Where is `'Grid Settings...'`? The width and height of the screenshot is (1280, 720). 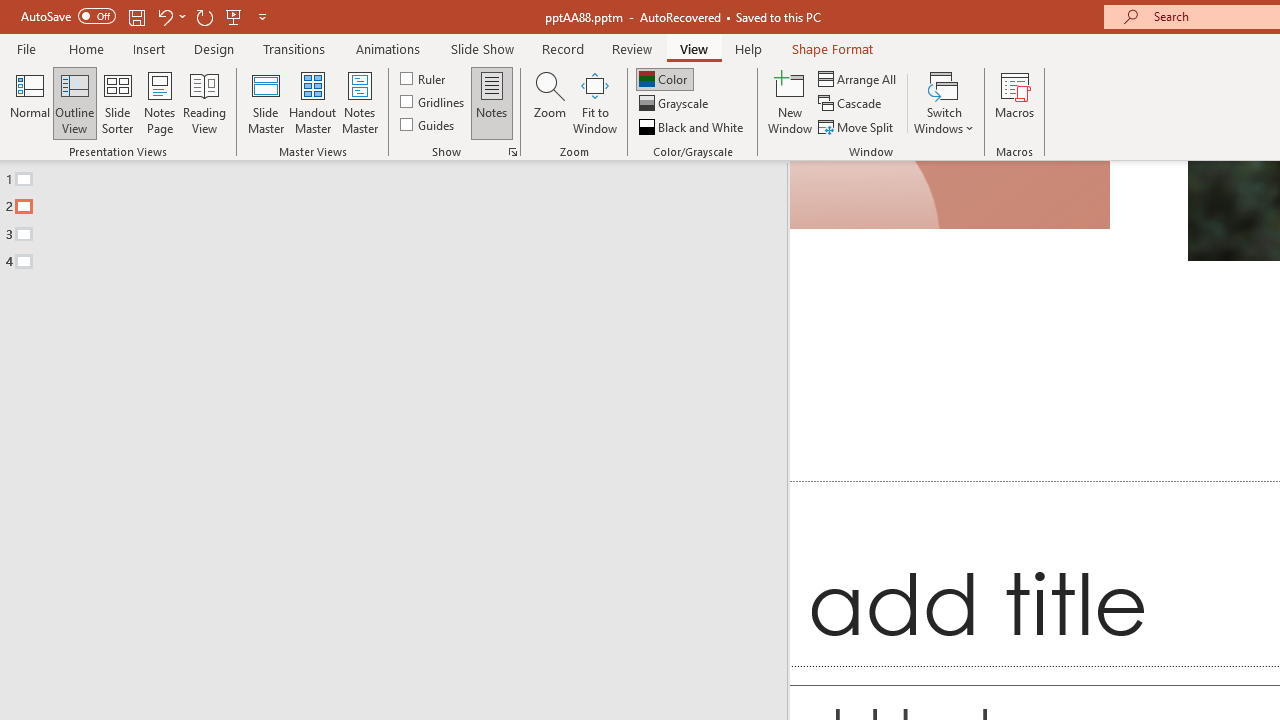 'Grid Settings...' is located at coordinates (513, 150).